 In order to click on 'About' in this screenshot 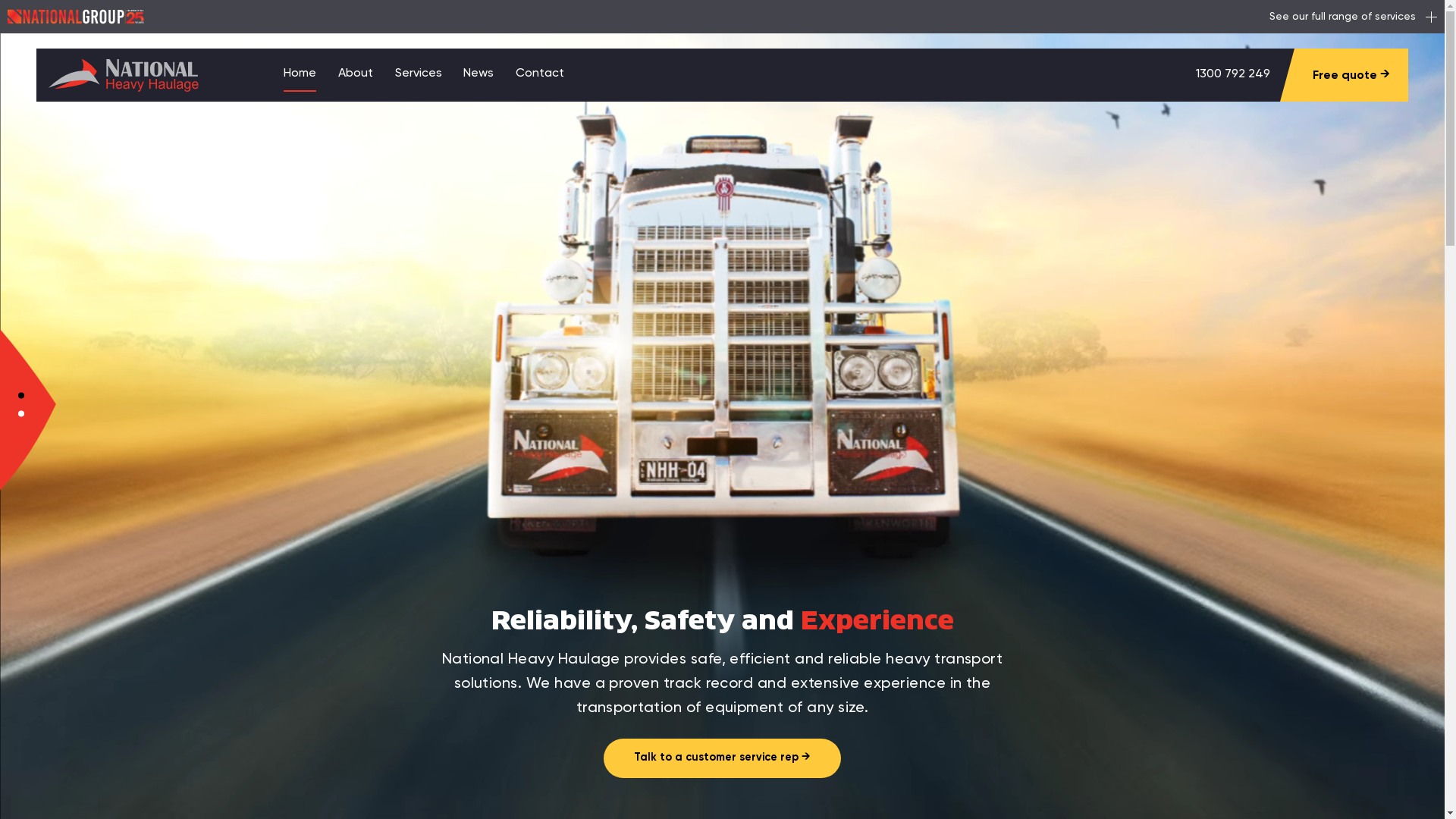, I will do `click(355, 74)`.